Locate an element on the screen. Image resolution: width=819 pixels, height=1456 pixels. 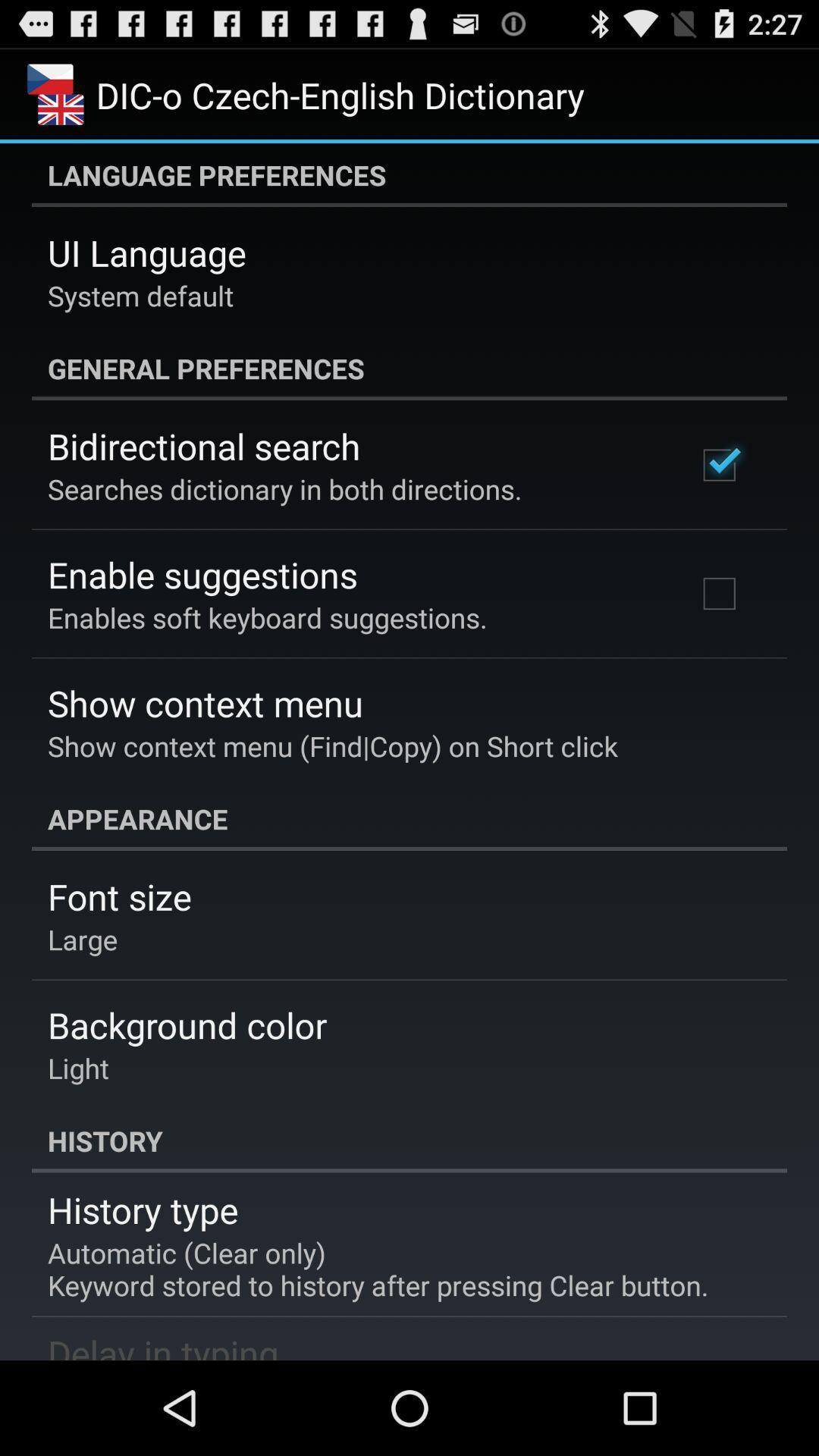
bidirectional search app is located at coordinates (203, 445).